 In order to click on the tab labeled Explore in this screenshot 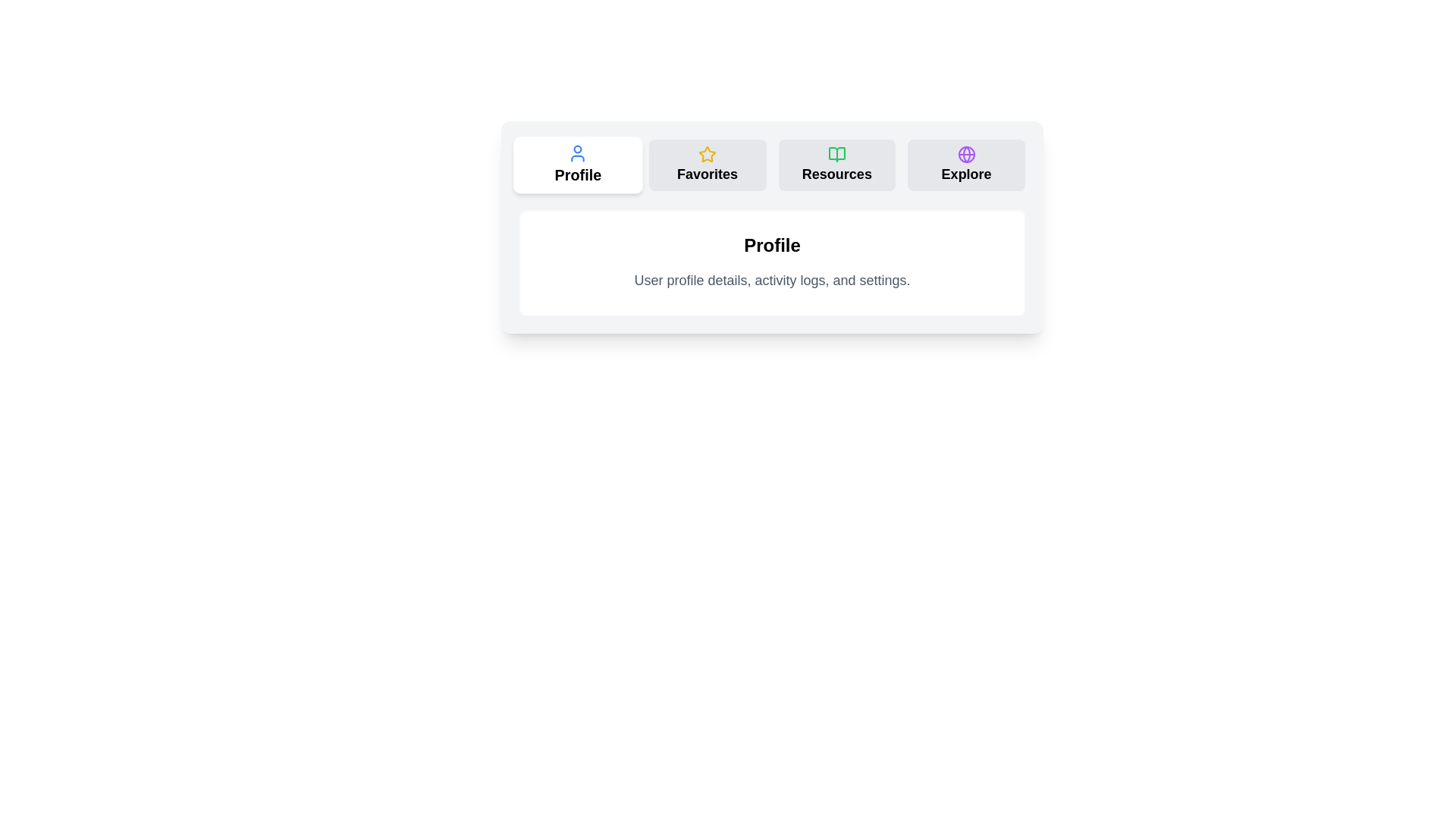, I will do `click(965, 165)`.